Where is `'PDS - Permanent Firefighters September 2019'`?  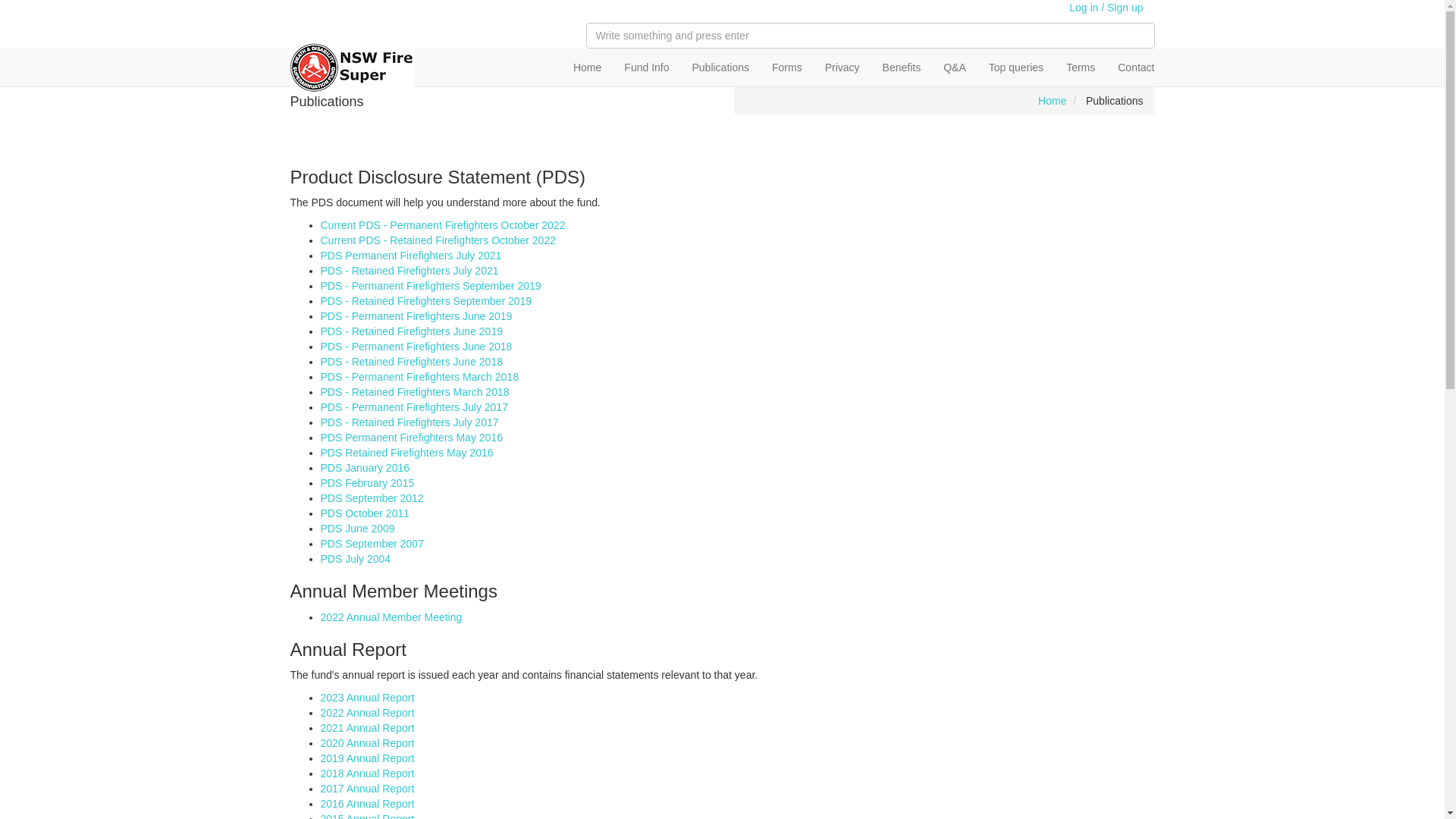 'PDS - Permanent Firefighters September 2019' is located at coordinates (429, 286).